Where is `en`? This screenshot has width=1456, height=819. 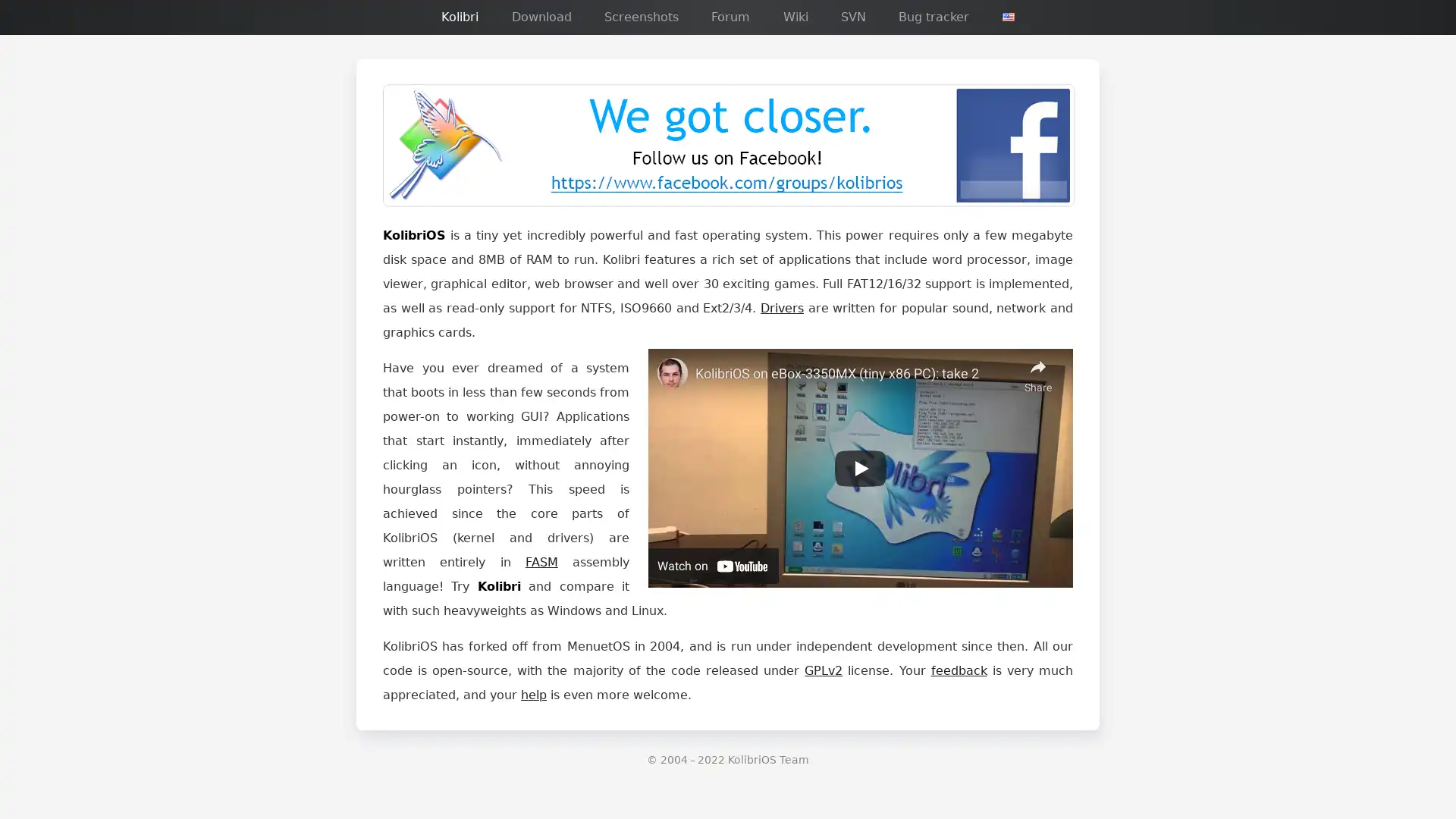 en is located at coordinates (1008, 17).